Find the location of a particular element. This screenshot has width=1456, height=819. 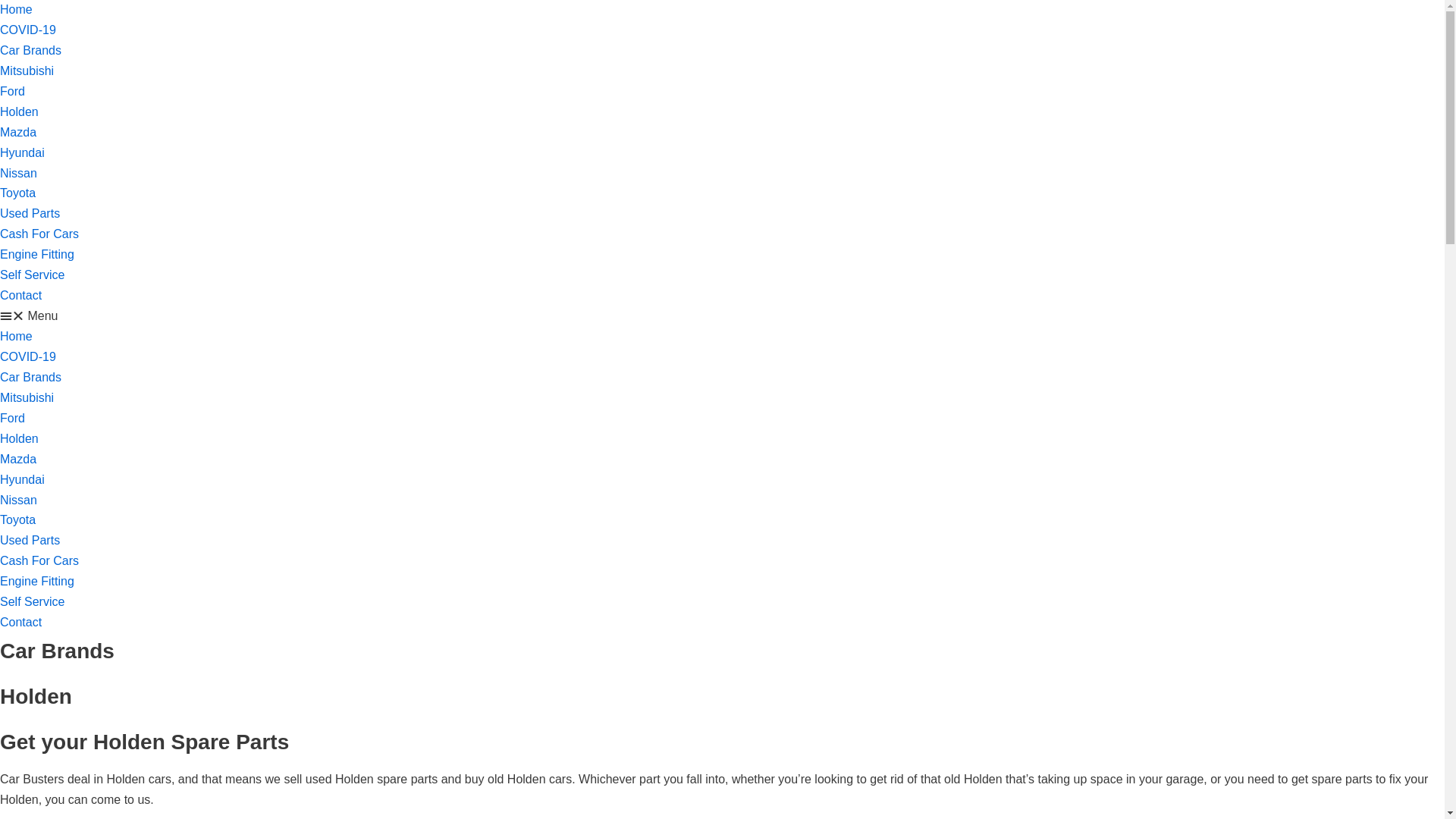

'Self Service' is located at coordinates (0, 275).